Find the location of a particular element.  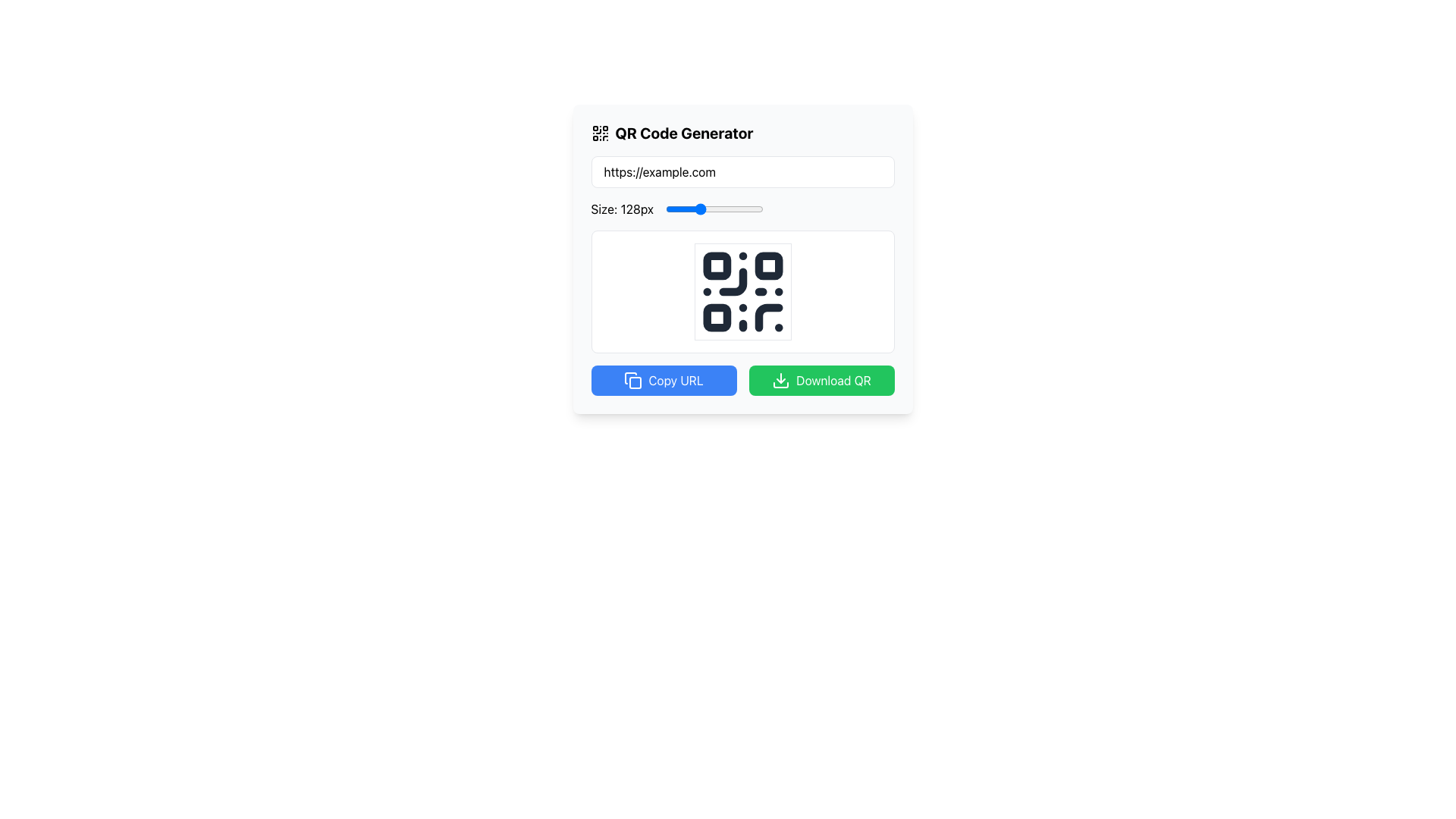

the horizontal slider labeled 'Size: 128px' to receive interactive feedback is located at coordinates (676, 209).